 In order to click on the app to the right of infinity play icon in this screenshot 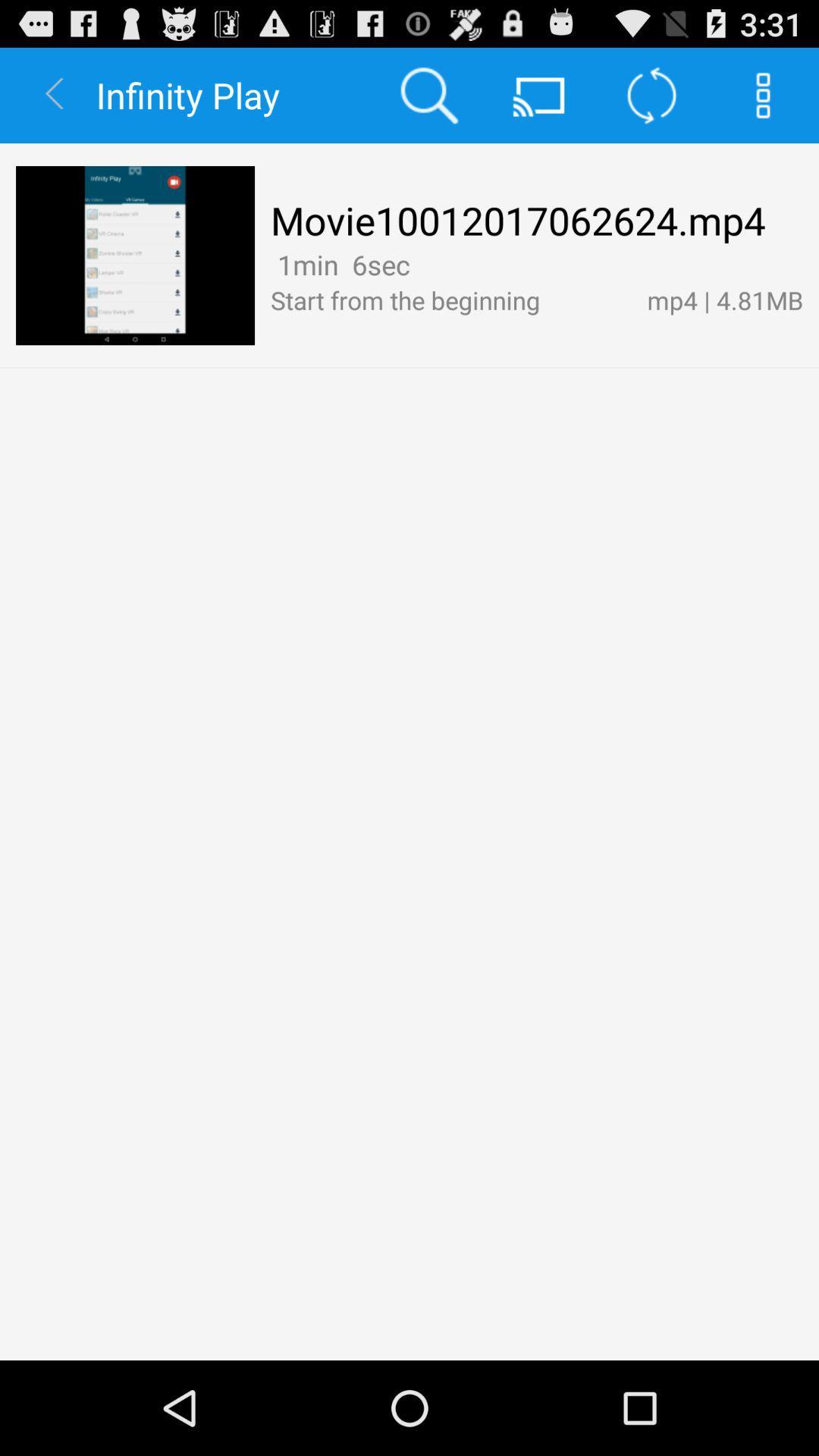, I will do `click(428, 94)`.